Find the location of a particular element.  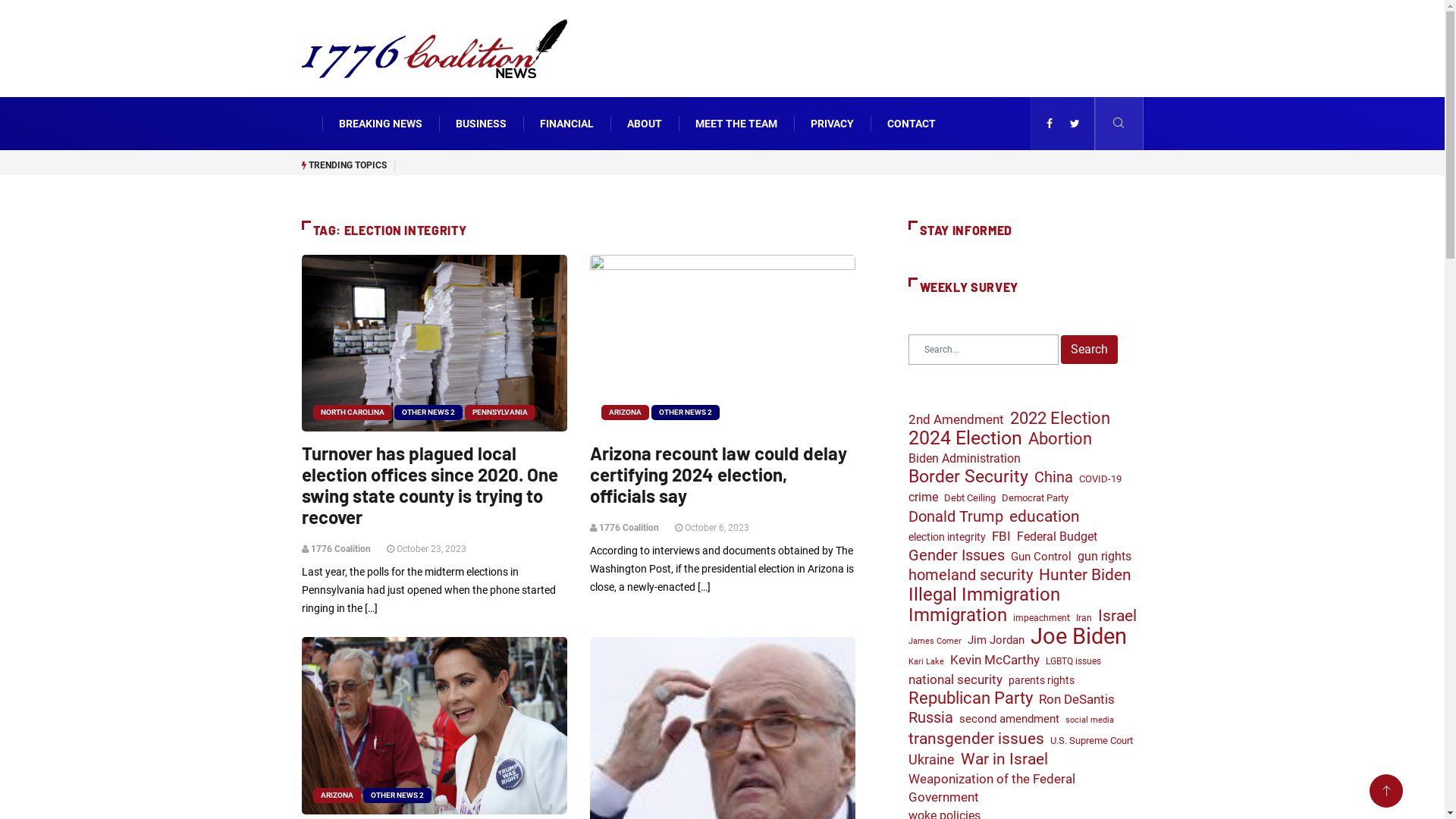

'Ron DeSantis' is located at coordinates (1076, 699).